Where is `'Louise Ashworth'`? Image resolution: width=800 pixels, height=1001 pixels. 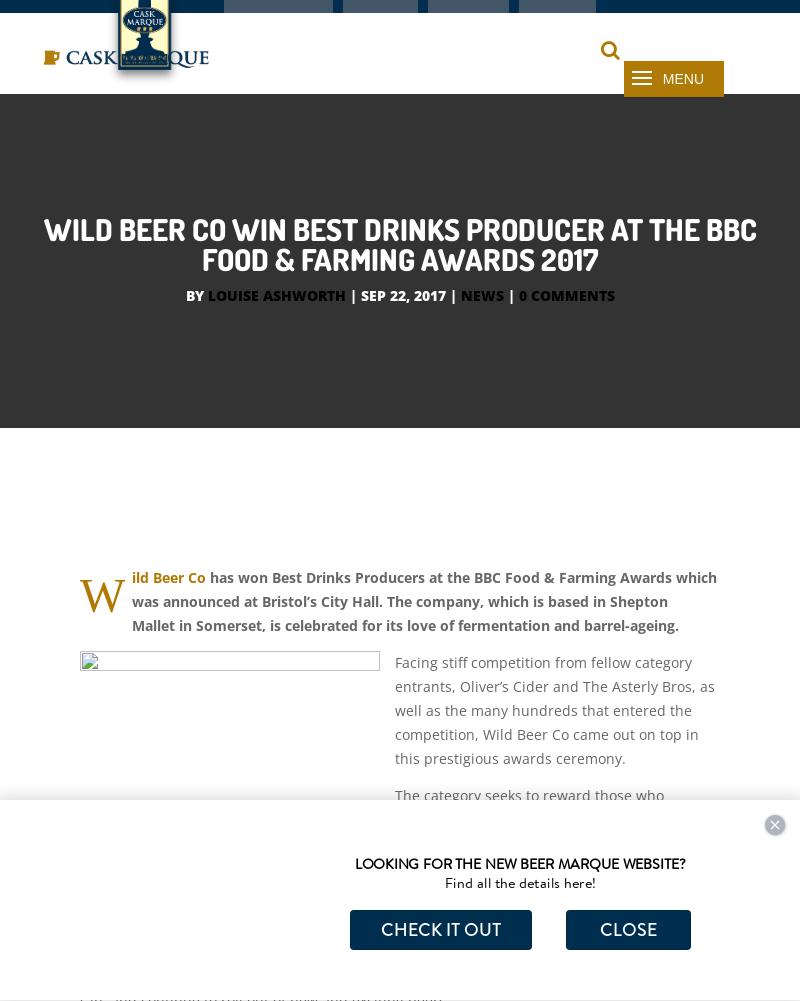 'Louise Ashworth' is located at coordinates (276, 339).